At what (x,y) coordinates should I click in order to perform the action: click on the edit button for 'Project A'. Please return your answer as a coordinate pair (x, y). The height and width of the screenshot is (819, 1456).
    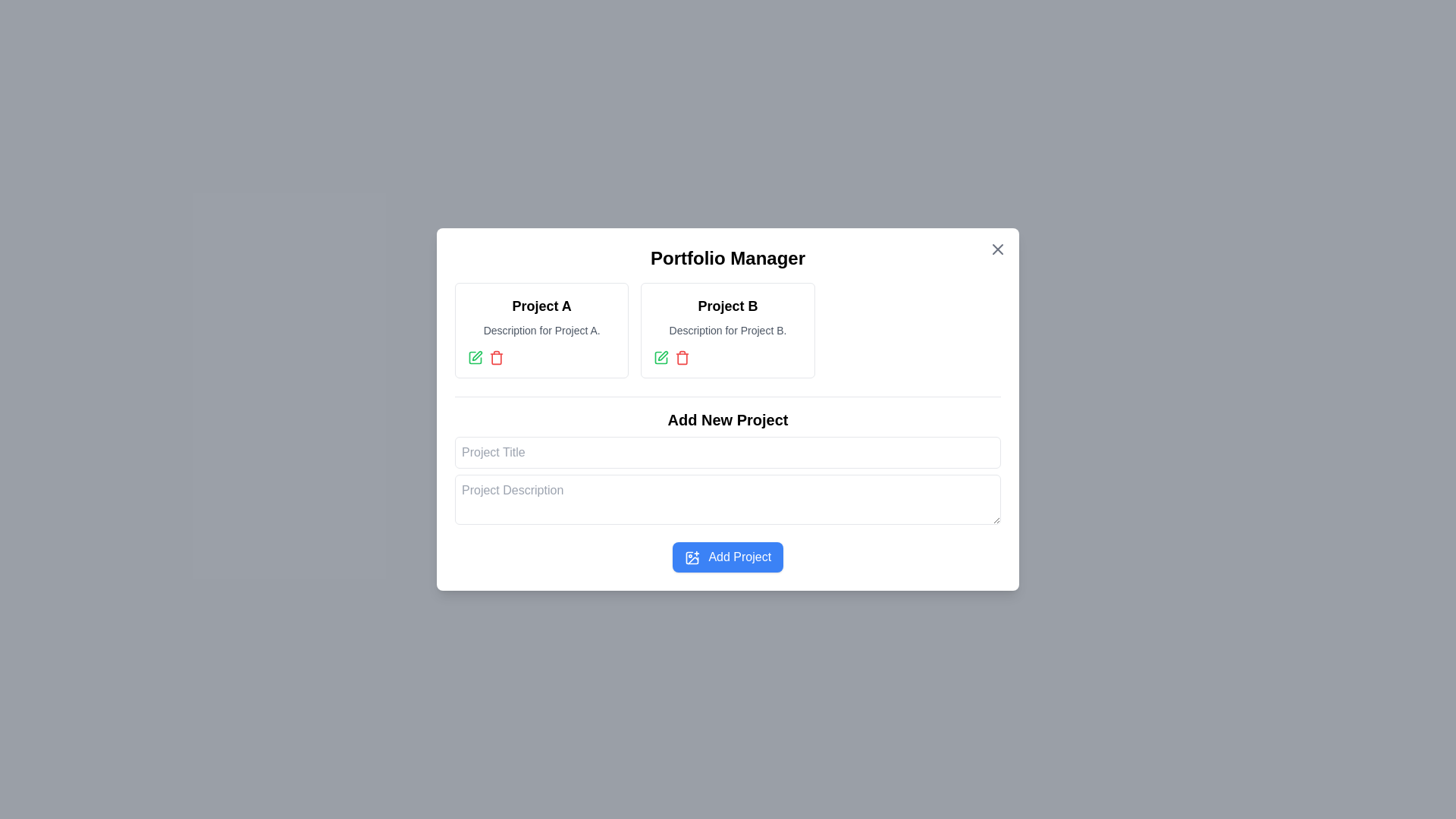
    Looking at the image, I should click on (475, 357).